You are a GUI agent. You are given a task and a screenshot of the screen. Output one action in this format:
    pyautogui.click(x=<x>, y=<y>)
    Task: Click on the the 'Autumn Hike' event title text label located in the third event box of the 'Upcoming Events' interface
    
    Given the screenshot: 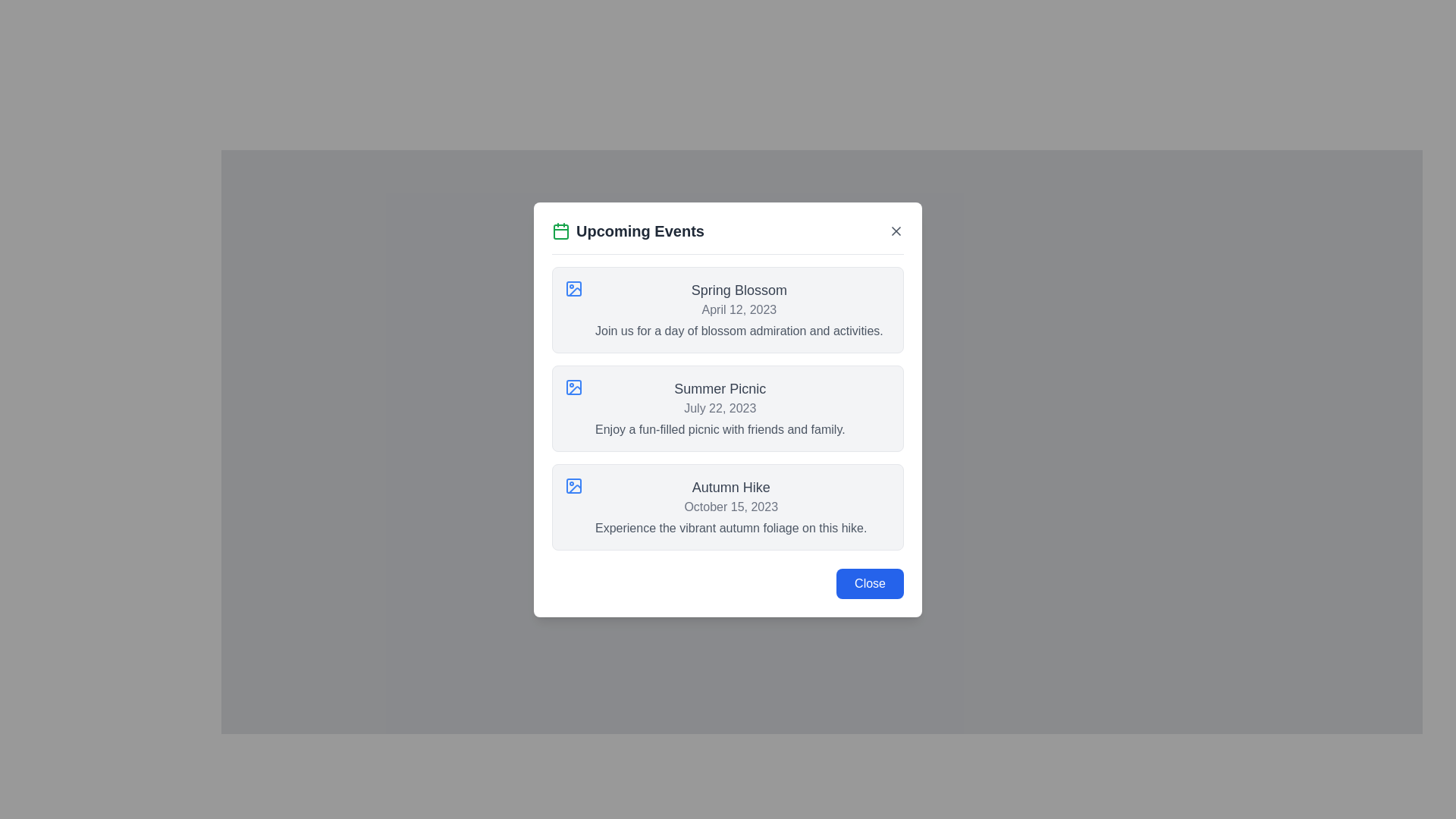 What is the action you would take?
    pyautogui.click(x=731, y=487)
    